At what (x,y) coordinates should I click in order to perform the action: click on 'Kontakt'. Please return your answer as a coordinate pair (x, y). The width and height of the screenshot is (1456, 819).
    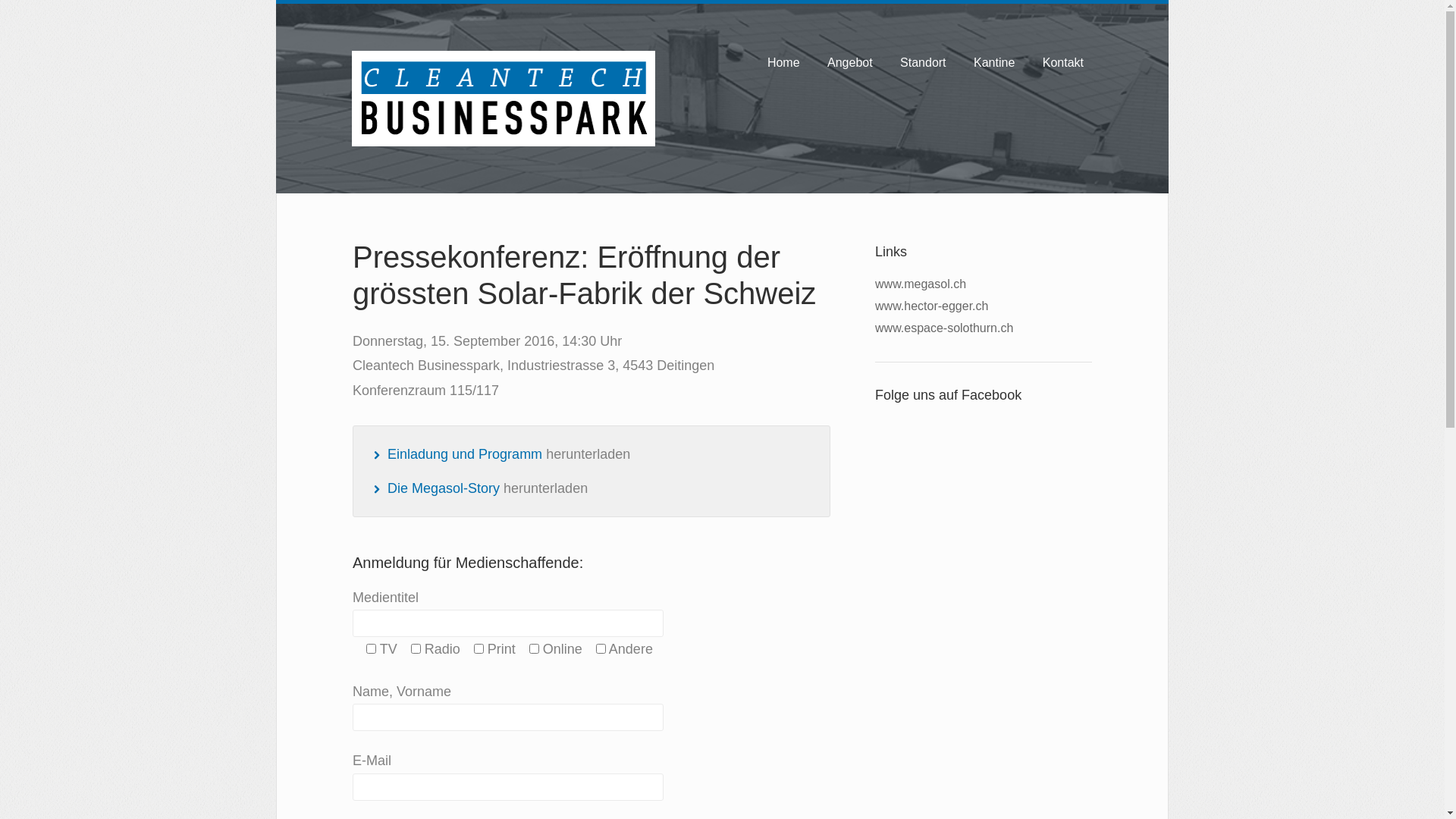
    Looking at the image, I should click on (1062, 62).